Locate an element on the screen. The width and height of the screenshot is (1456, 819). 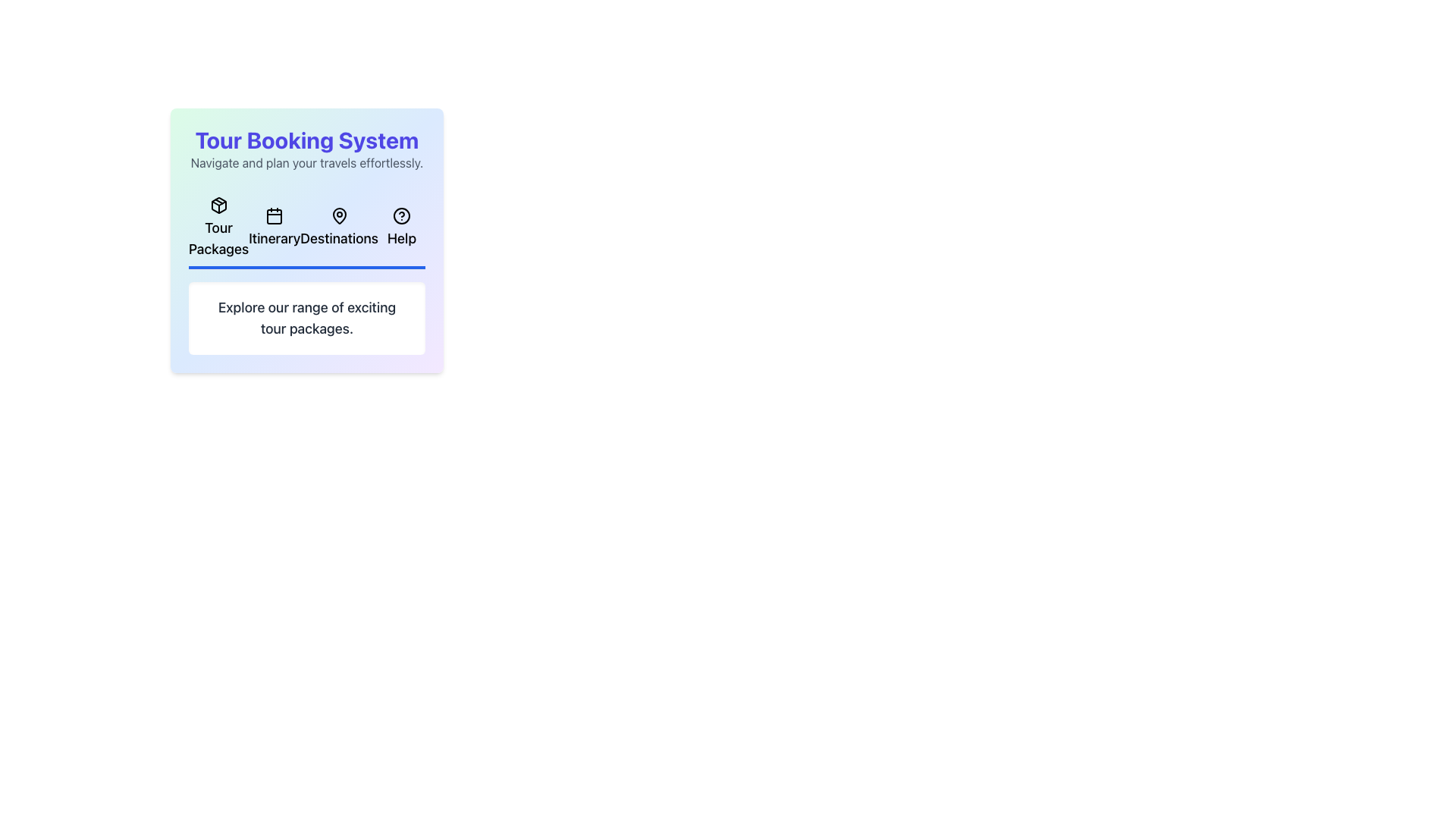
the Text label in the navigation tab that leads to the itinerary section, which is the second option between 'Tour Packages' and 'Destinations' is located at coordinates (275, 238).